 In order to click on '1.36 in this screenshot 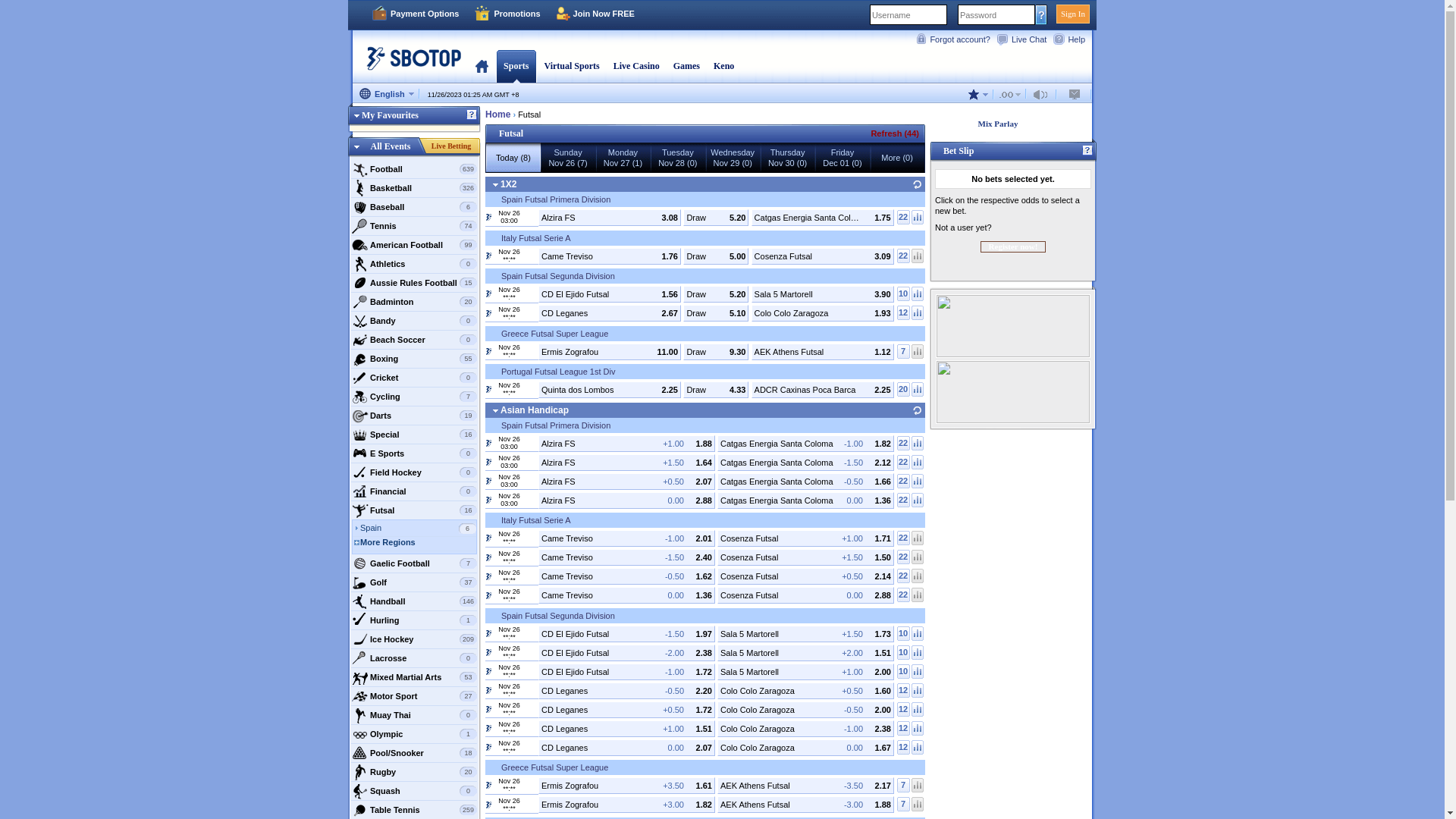, I will do `click(626, 595)`.